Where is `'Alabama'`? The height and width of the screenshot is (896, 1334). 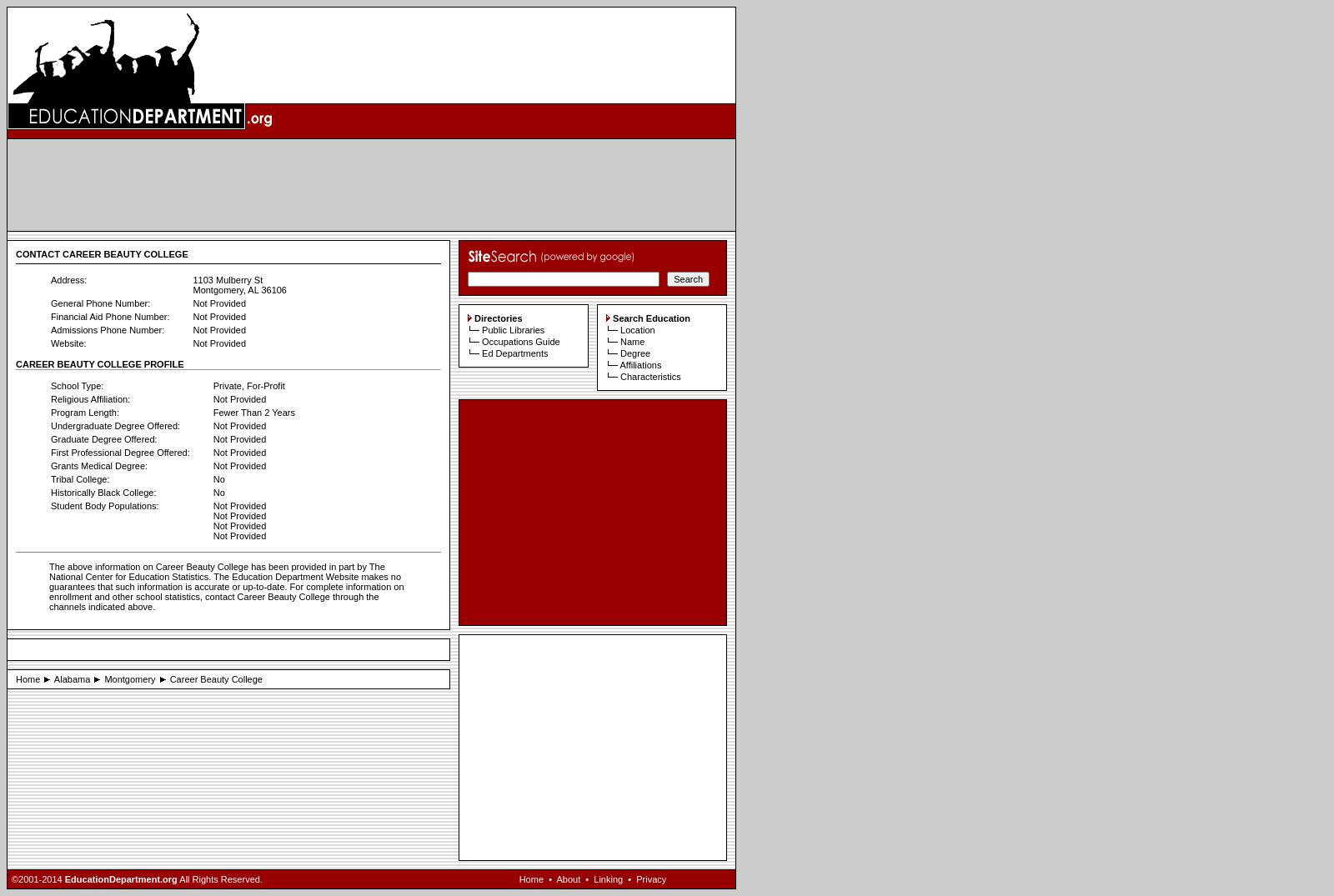 'Alabama' is located at coordinates (53, 678).